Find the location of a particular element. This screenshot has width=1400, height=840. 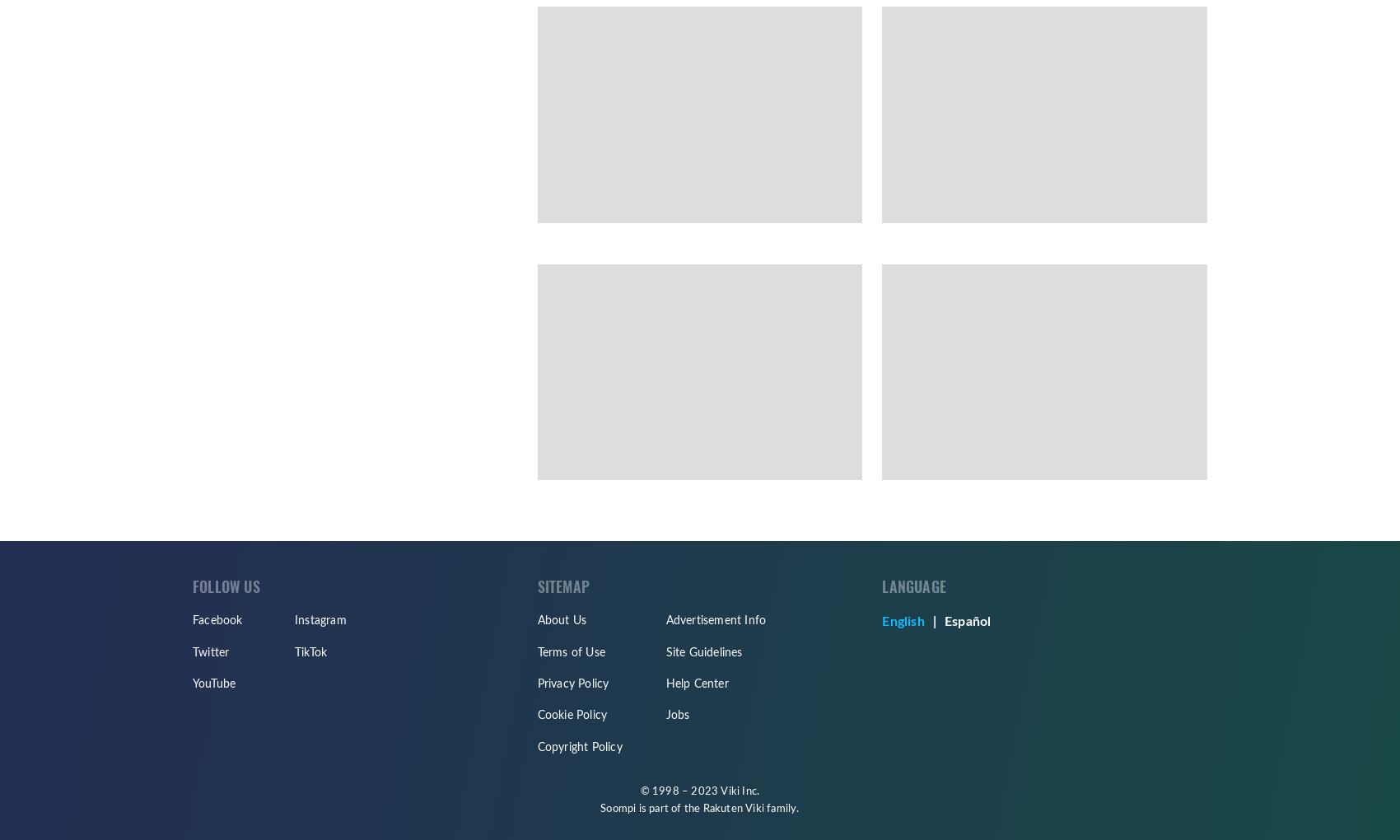

'Cookie Policy' is located at coordinates (536, 715).